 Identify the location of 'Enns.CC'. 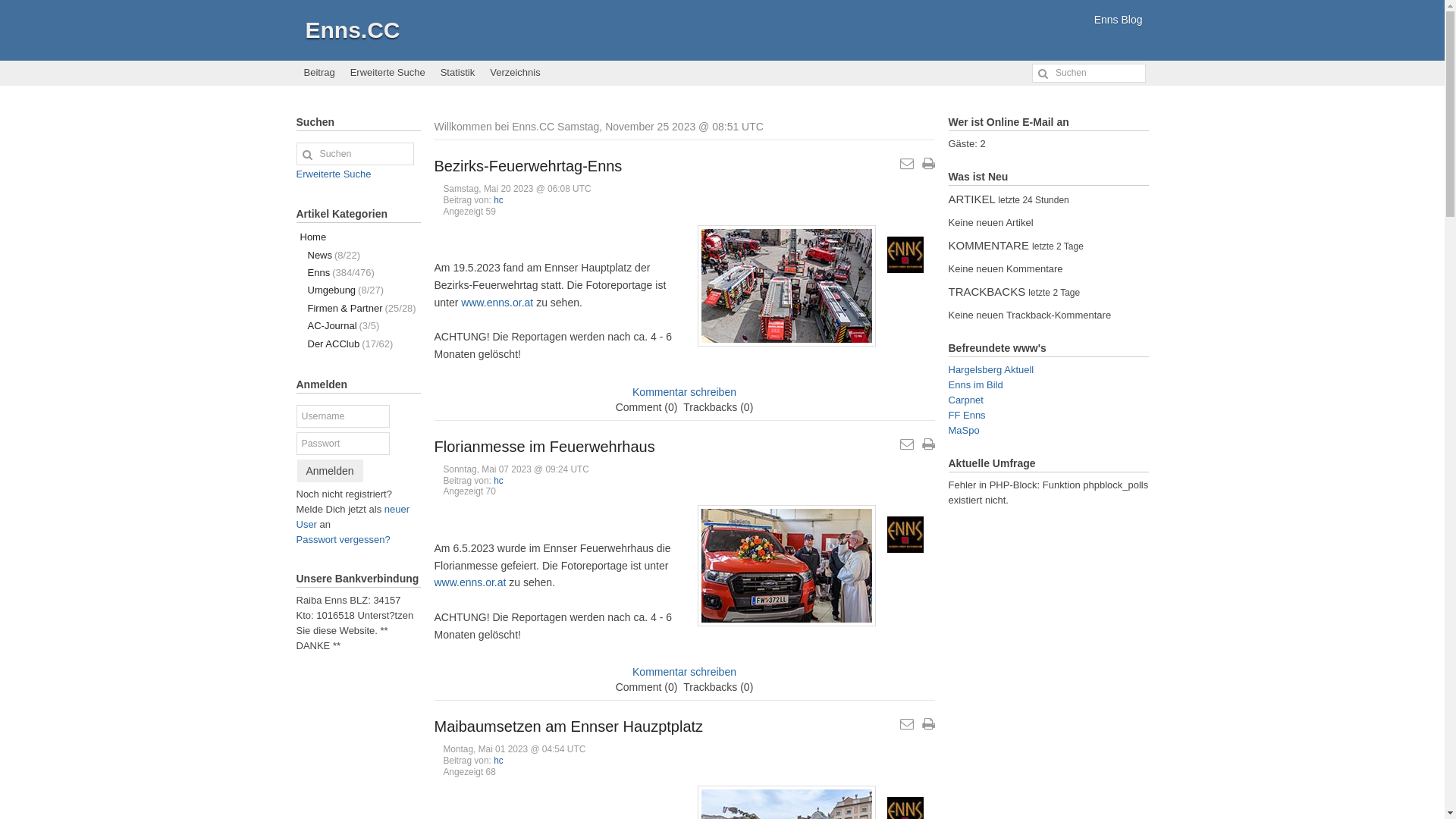
(351, 30).